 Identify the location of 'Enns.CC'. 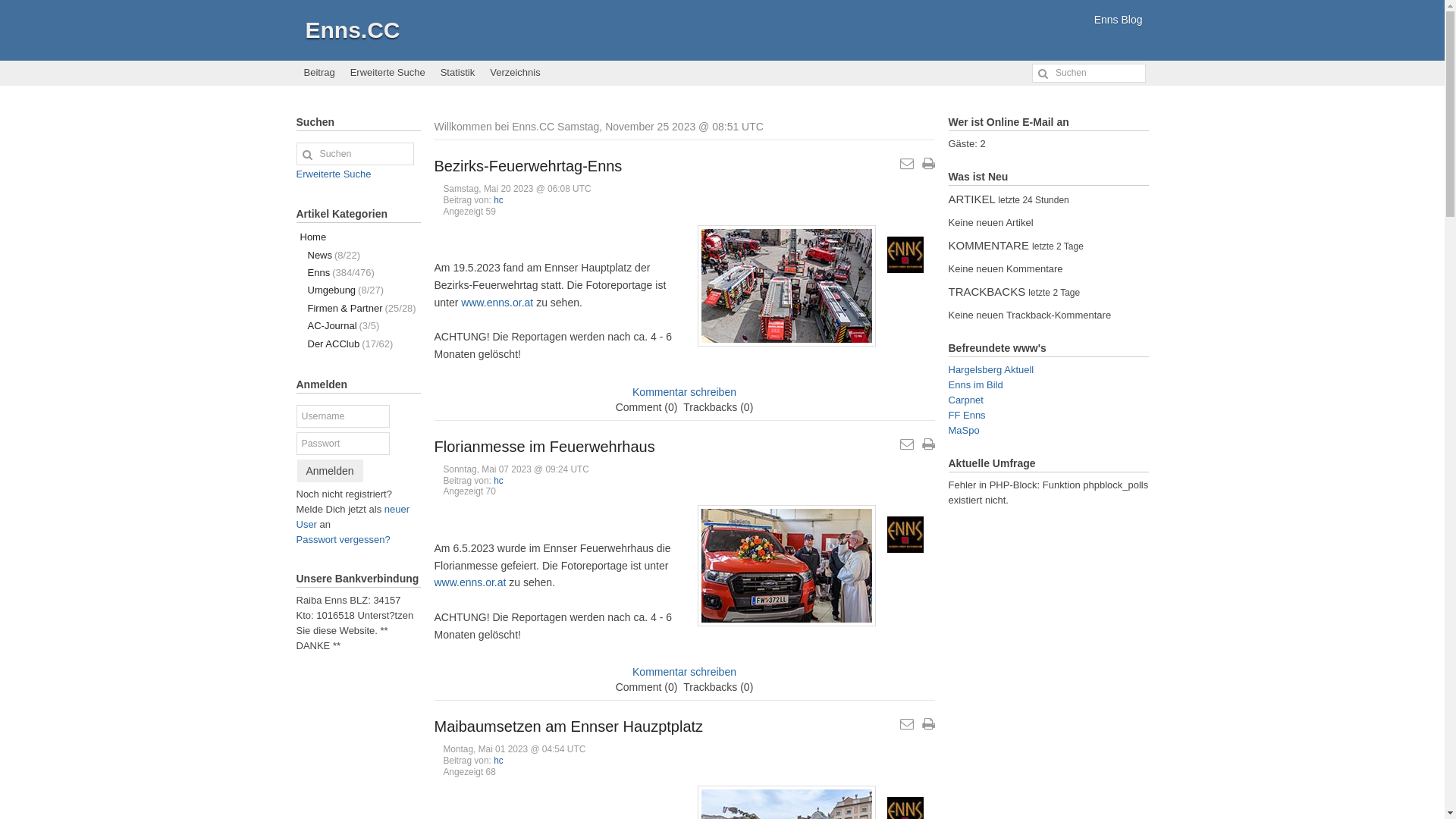
(351, 30).